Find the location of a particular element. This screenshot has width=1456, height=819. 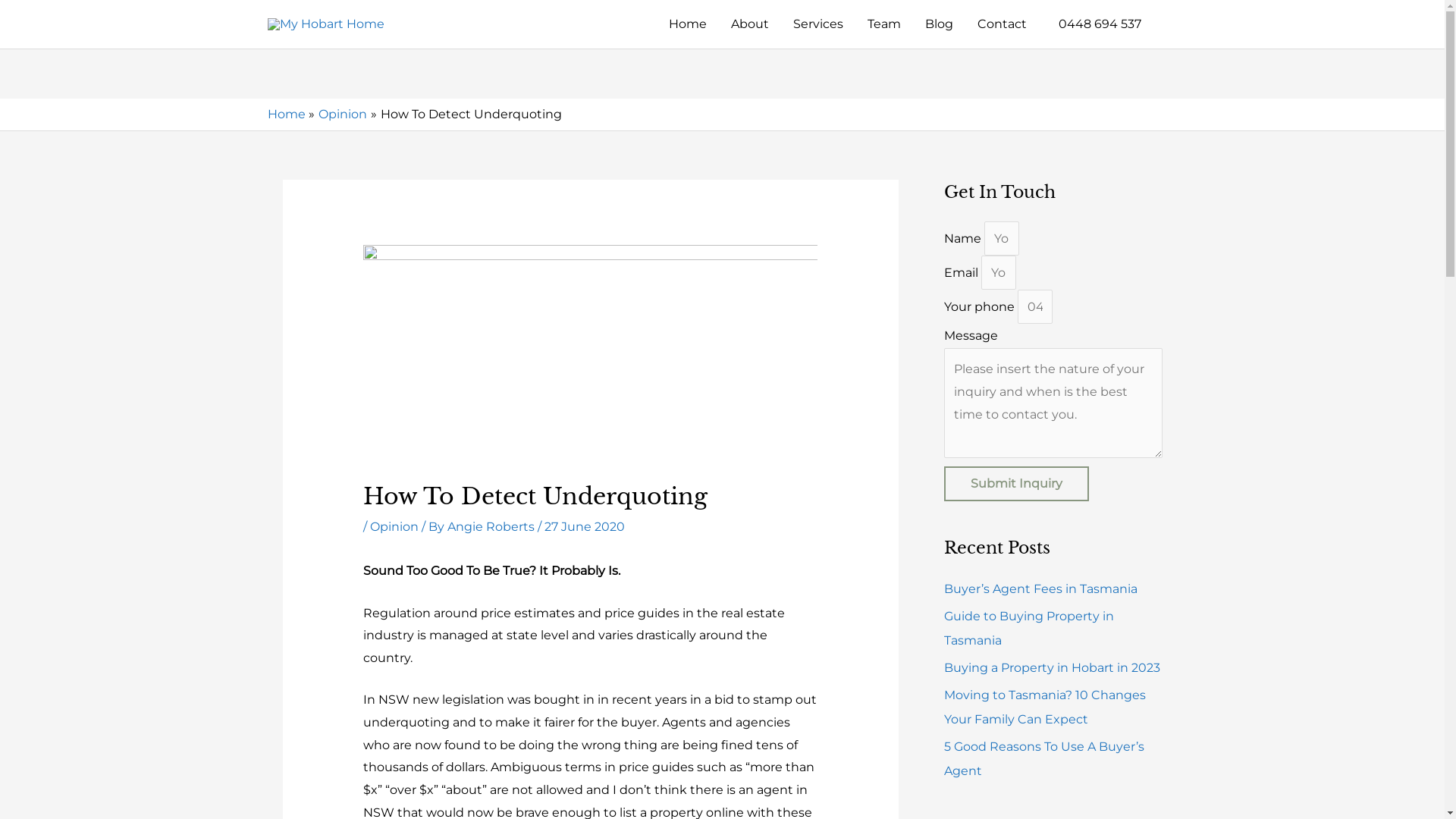

'Services' is located at coordinates (817, 24).